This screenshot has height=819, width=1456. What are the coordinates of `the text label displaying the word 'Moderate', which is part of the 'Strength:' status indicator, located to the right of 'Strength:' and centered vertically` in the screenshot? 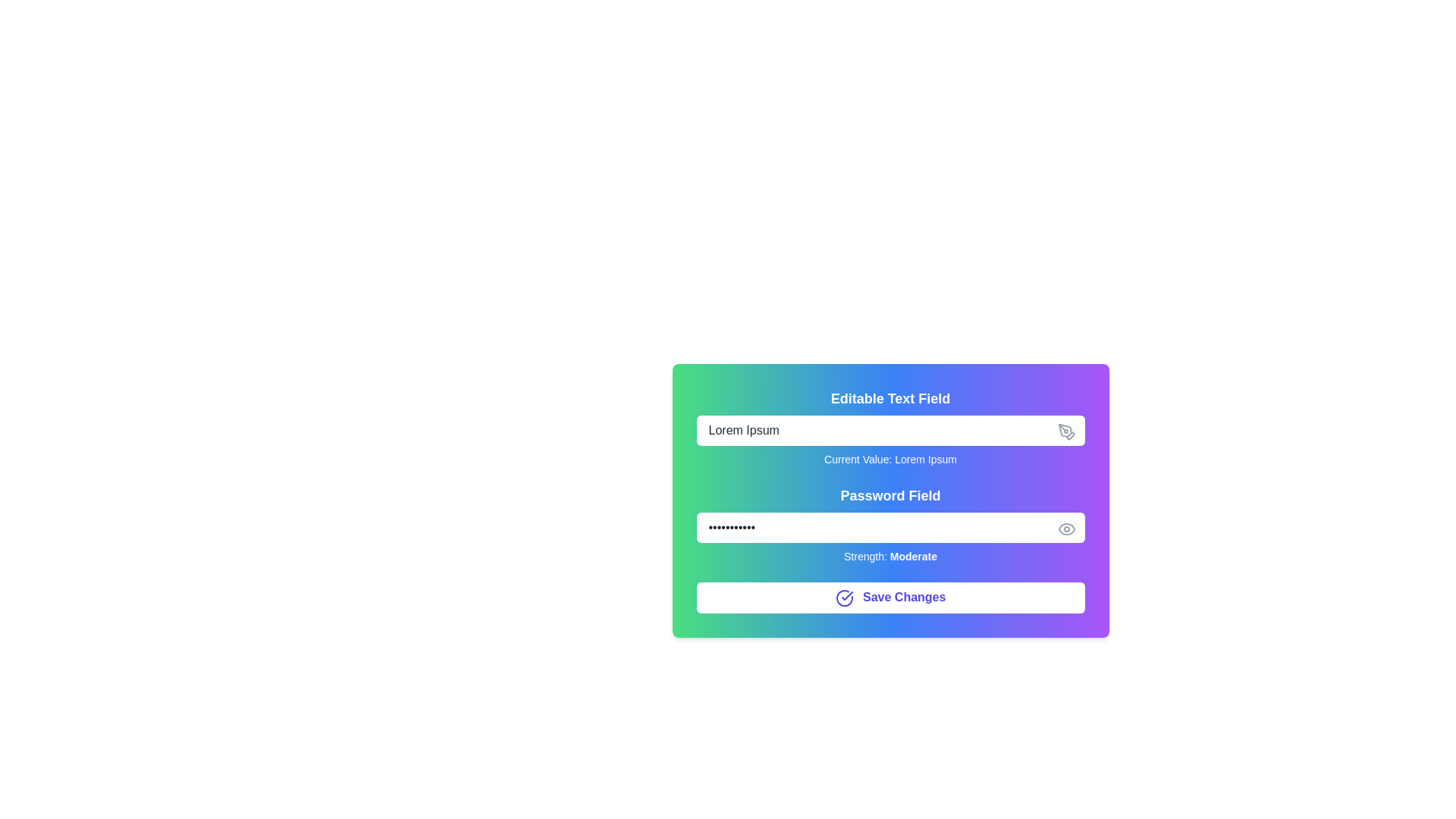 It's located at (912, 556).